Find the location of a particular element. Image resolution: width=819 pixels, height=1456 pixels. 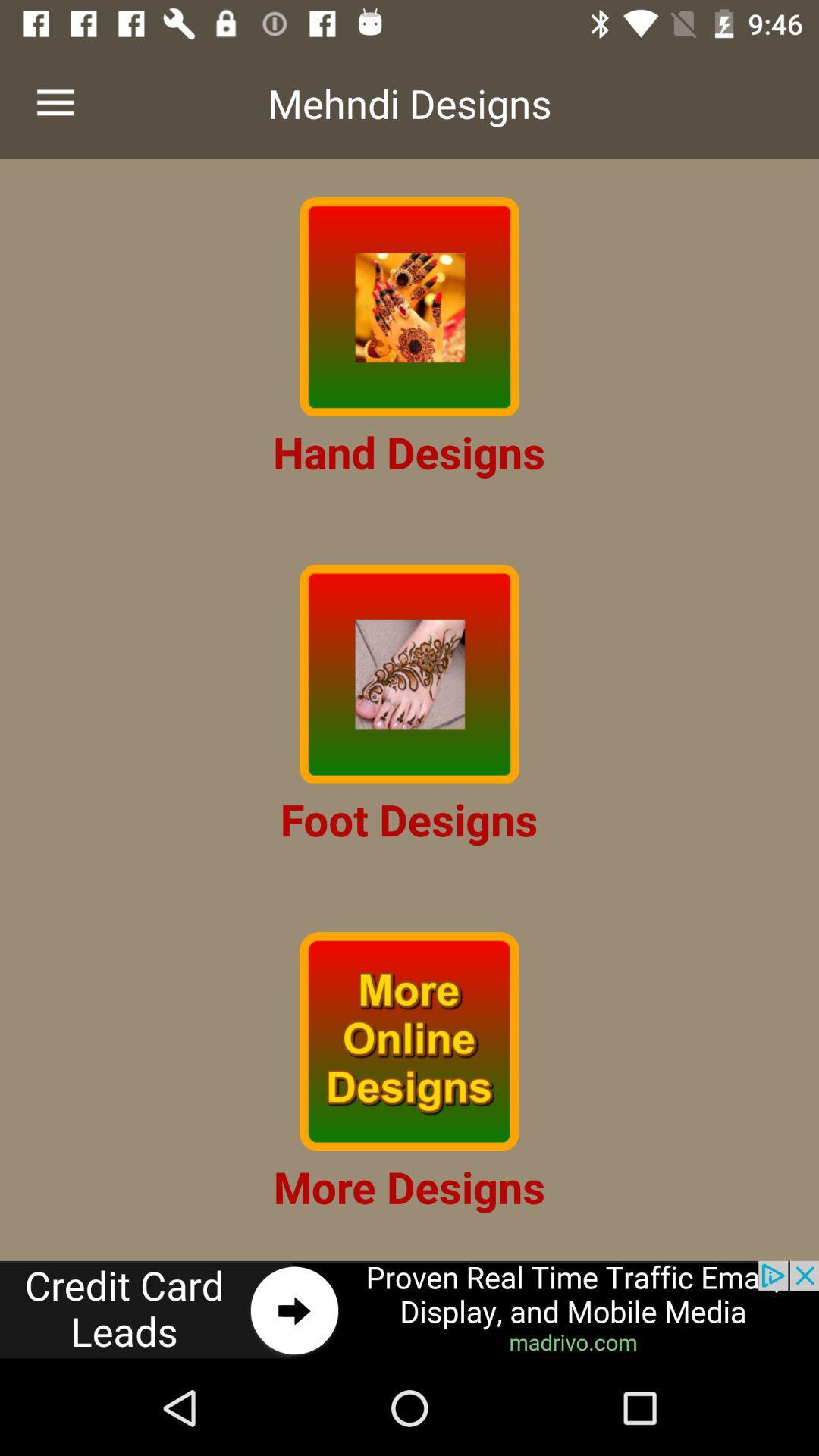

the widget is located at coordinates (408, 306).